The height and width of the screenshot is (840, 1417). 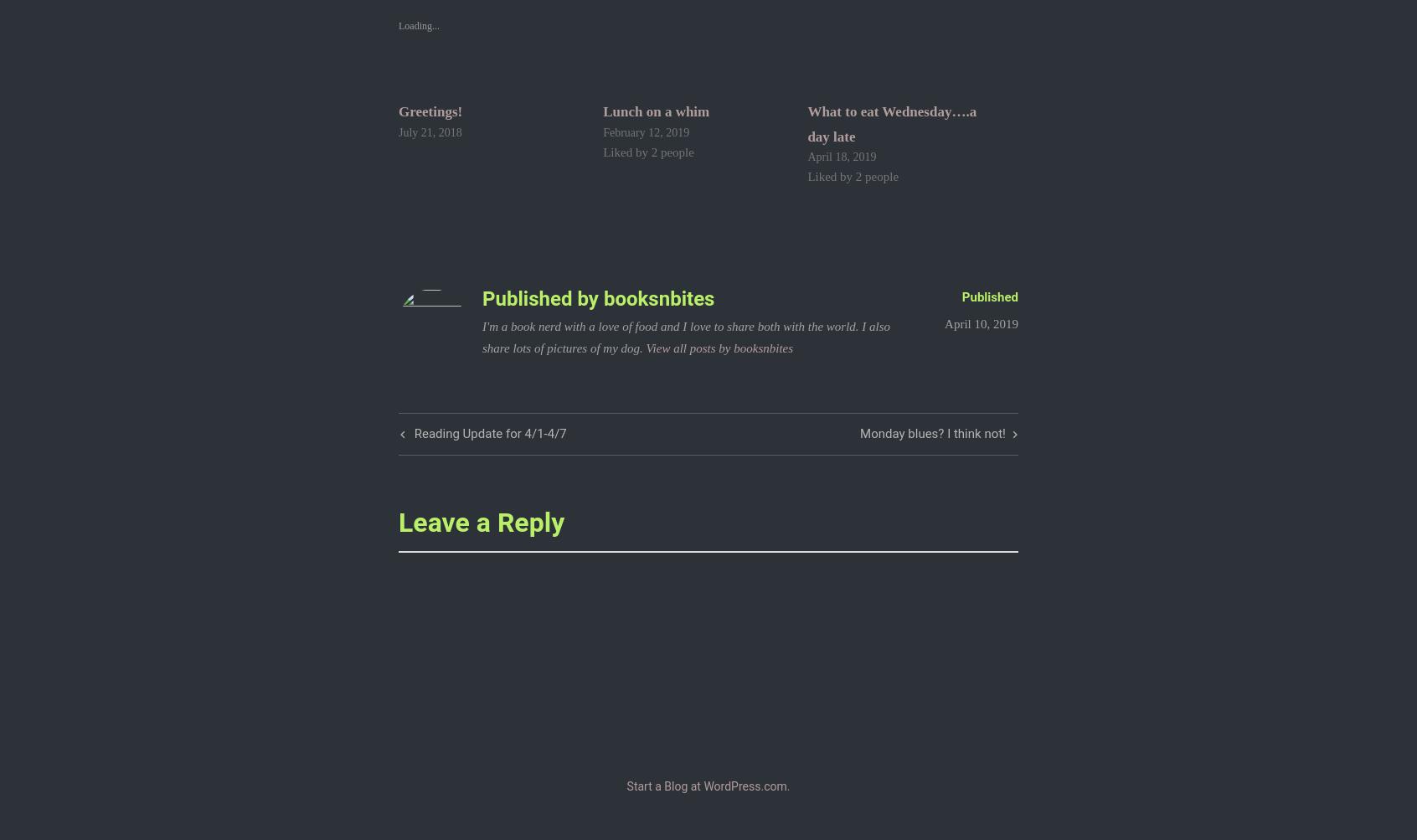 I want to click on 'Monday blues? I think not!', so click(x=859, y=433).